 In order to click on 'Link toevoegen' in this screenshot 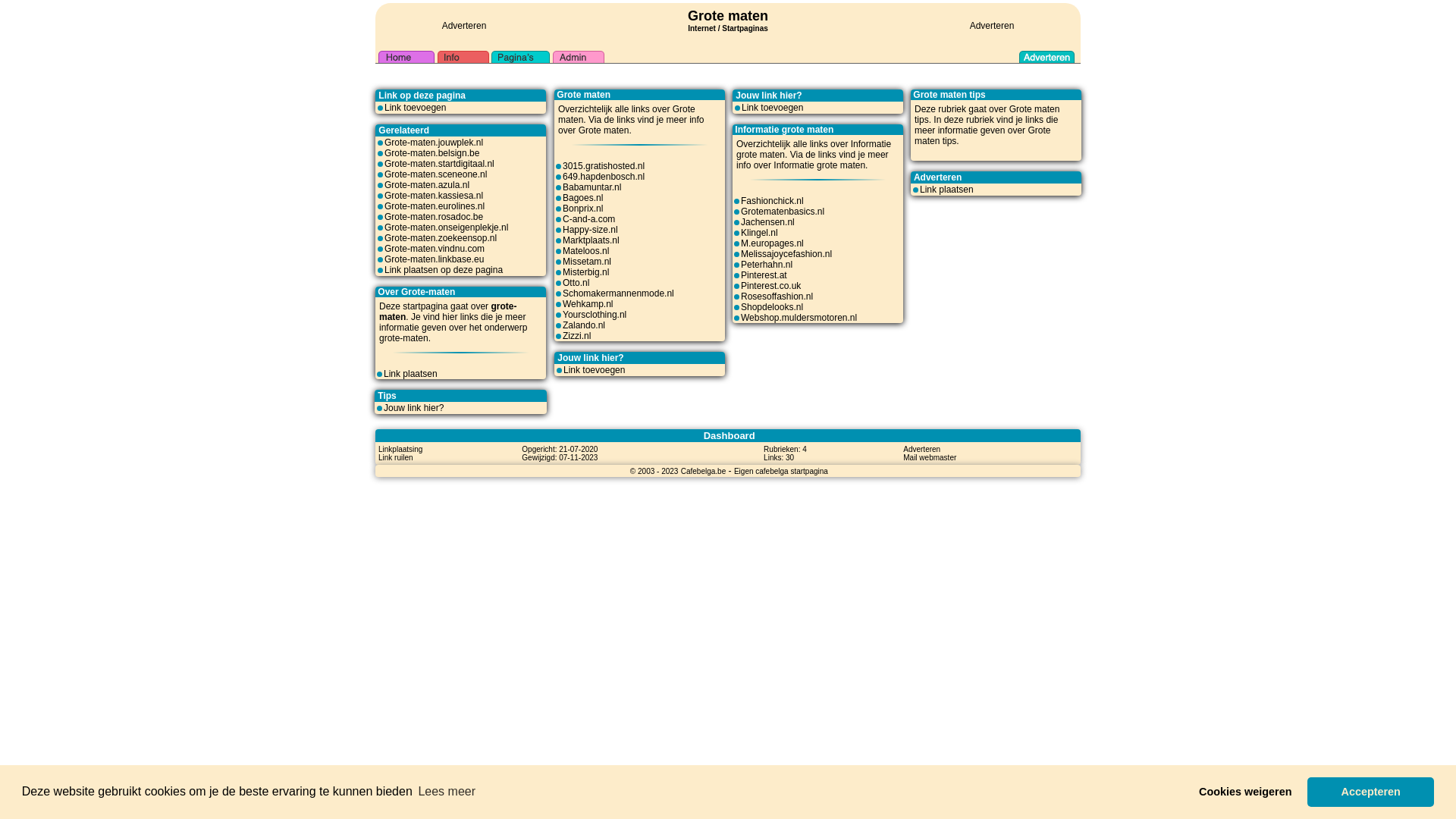, I will do `click(593, 370)`.